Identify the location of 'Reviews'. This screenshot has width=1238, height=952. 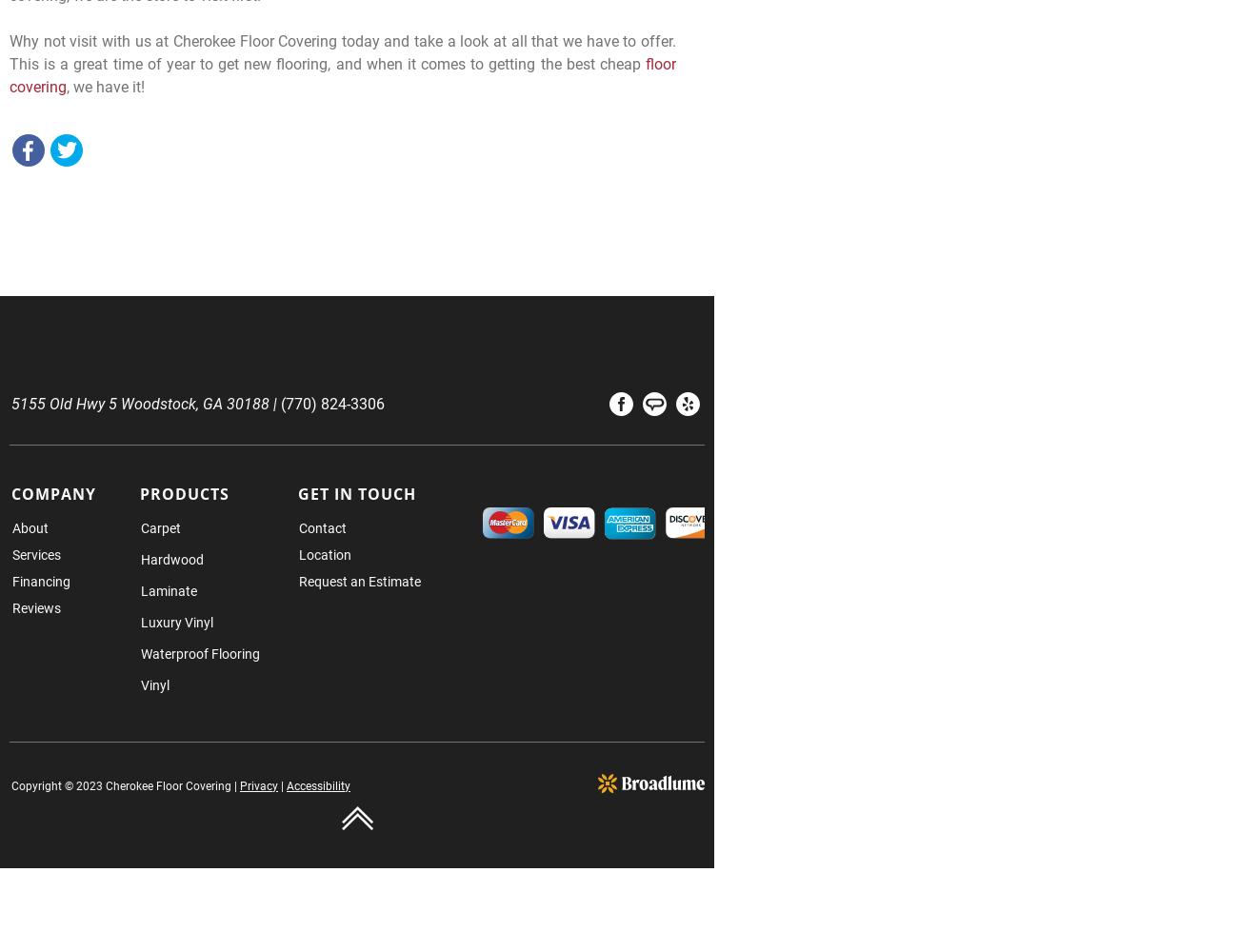
(35, 607).